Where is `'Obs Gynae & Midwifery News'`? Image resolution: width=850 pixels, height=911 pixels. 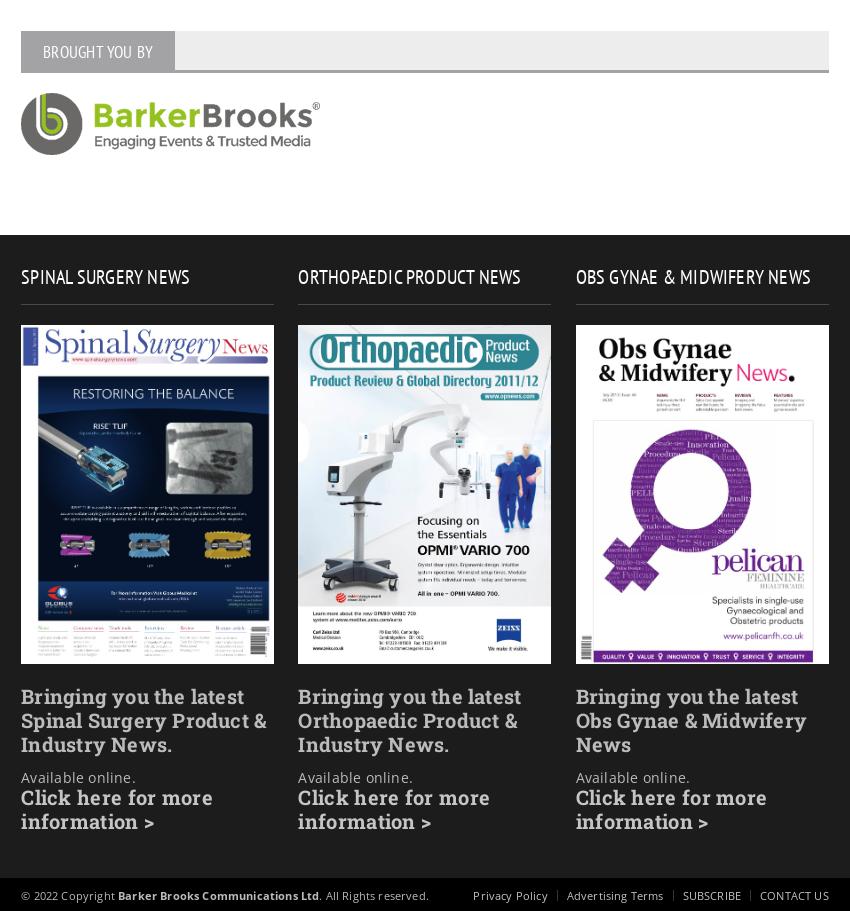 'Obs Gynae & Midwifery News' is located at coordinates (575, 276).